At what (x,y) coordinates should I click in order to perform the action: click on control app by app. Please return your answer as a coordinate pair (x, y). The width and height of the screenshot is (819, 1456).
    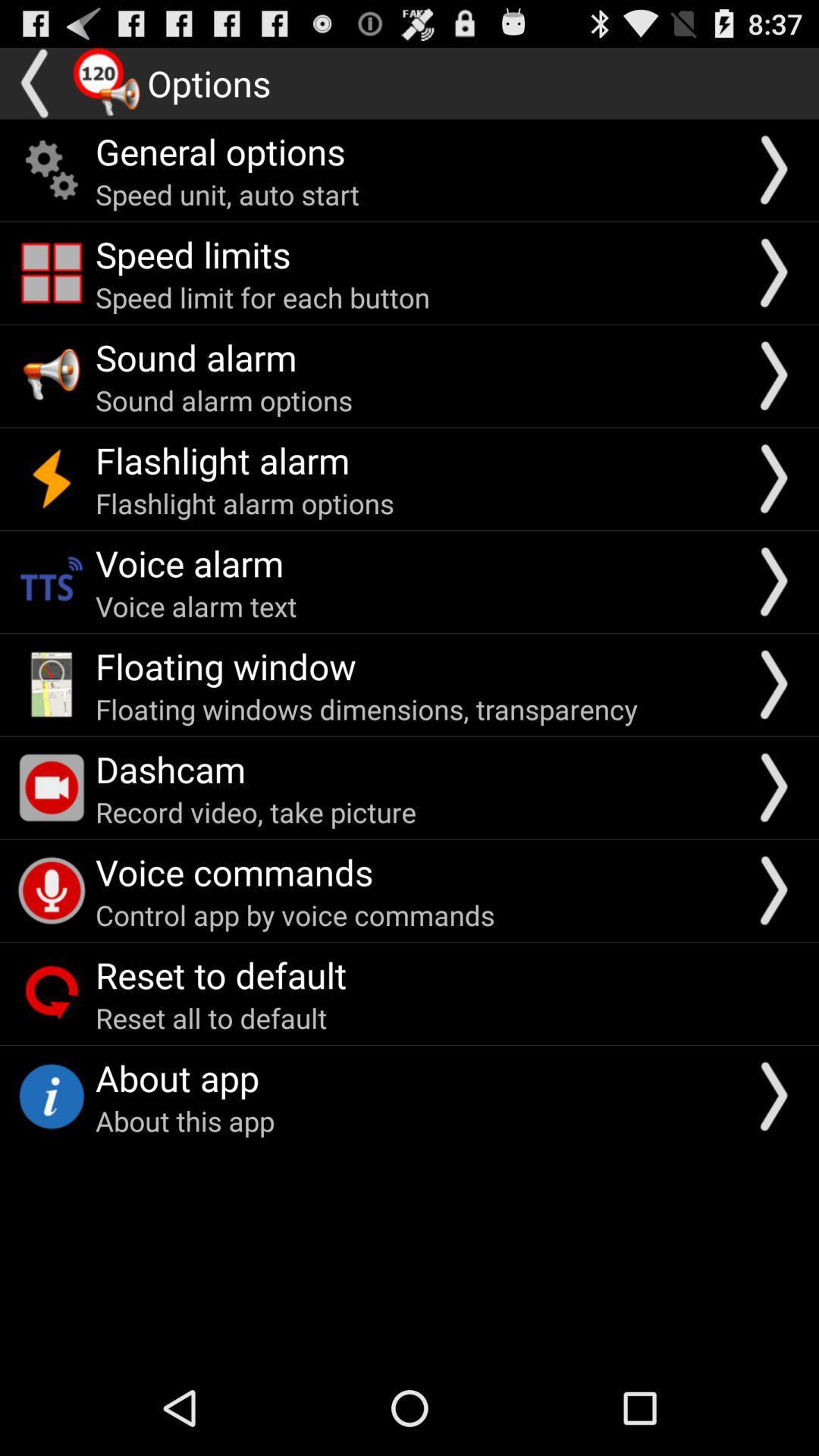
    Looking at the image, I should click on (295, 914).